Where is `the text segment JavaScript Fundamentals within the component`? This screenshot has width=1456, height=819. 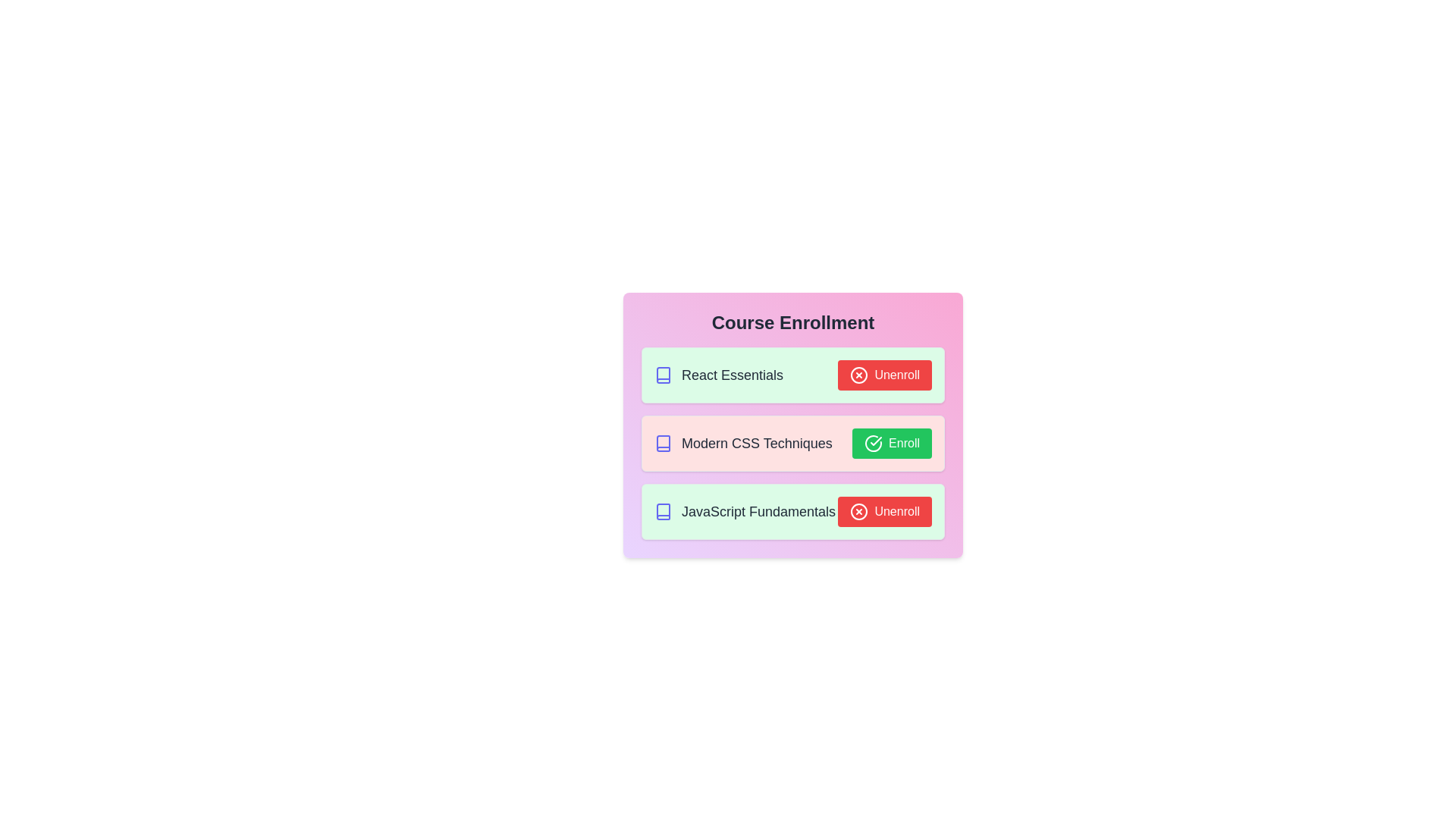
the text segment JavaScript Fundamentals within the component is located at coordinates (745, 512).